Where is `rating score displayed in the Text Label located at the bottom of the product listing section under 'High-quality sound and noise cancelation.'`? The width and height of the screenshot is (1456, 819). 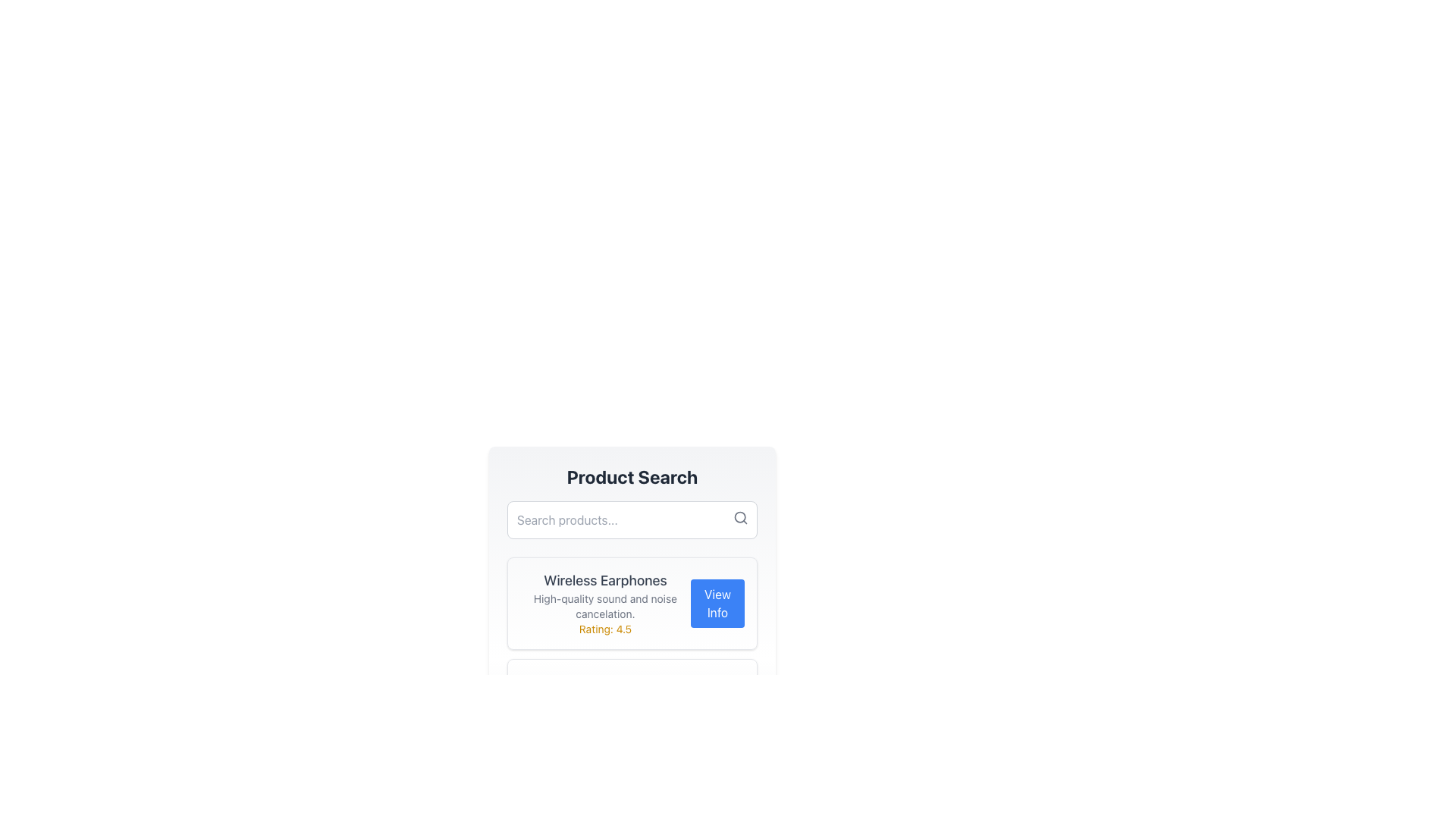
rating score displayed in the Text Label located at the bottom of the product listing section under 'High-quality sound and noise cancelation.' is located at coordinates (604, 629).